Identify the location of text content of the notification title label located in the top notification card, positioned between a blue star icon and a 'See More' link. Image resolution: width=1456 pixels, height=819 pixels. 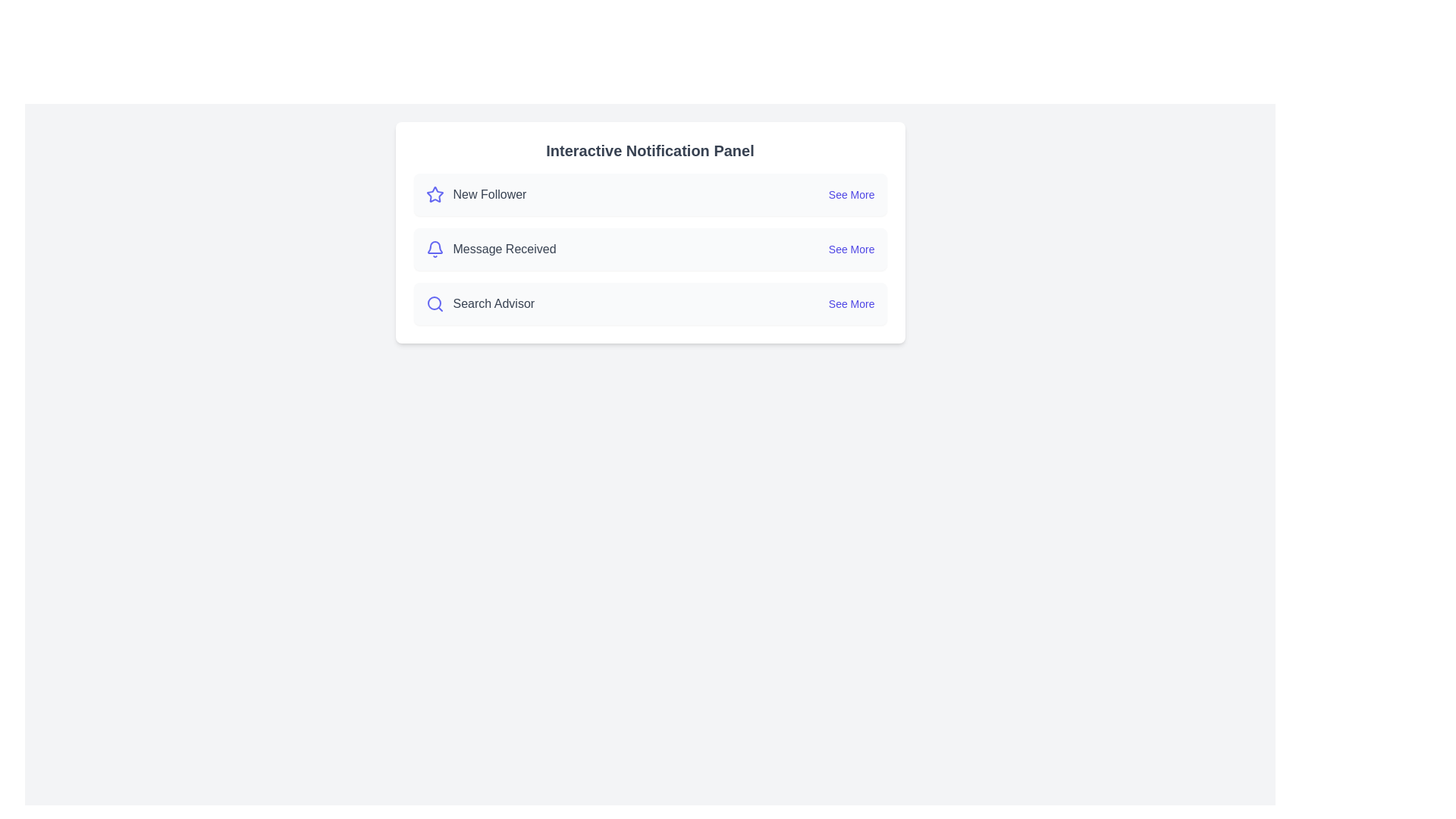
(489, 194).